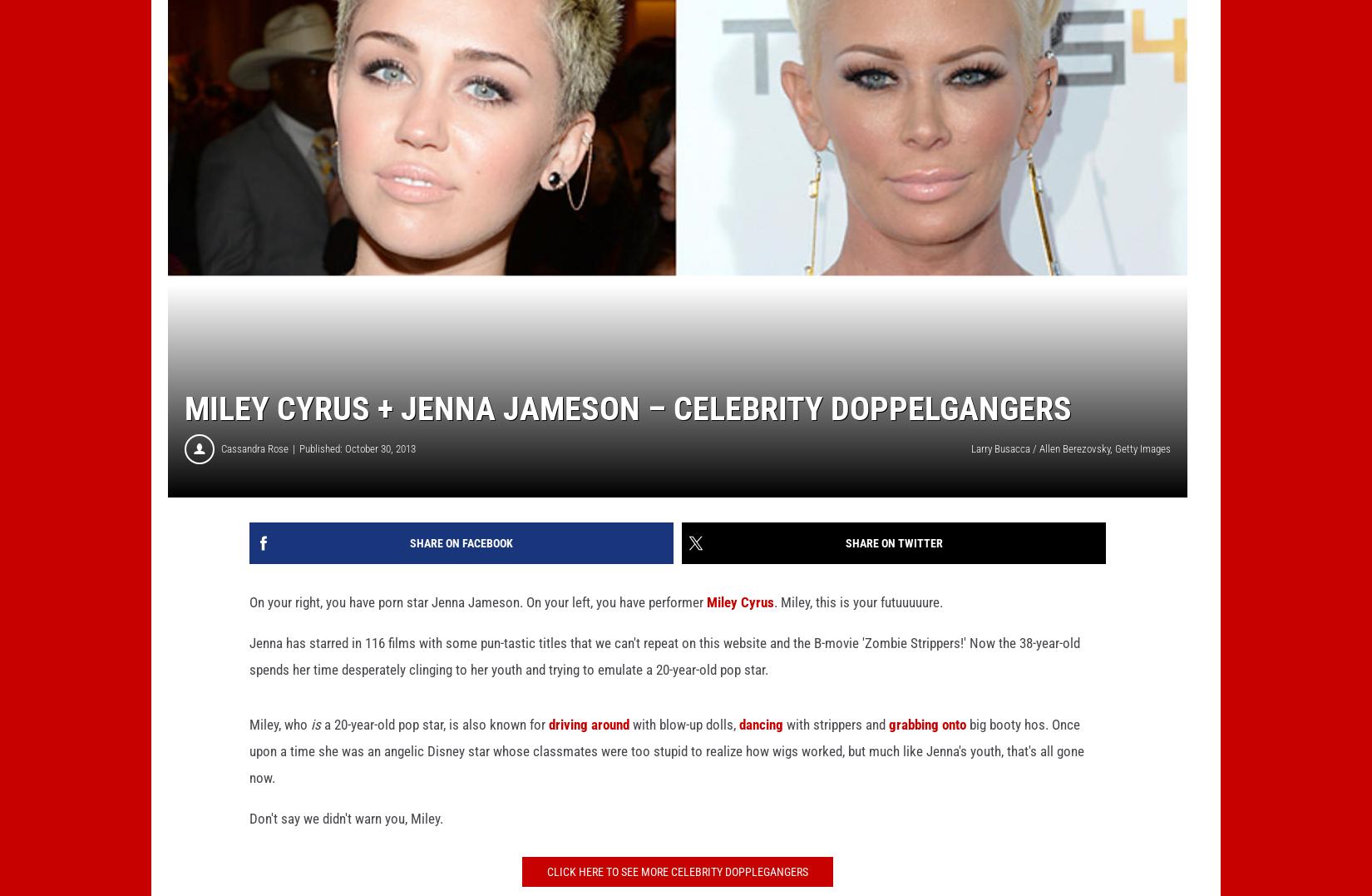 The height and width of the screenshot is (896, 1372). I want to click on 'Don't say we didn't warn you, Miley.', so click(345, 844).